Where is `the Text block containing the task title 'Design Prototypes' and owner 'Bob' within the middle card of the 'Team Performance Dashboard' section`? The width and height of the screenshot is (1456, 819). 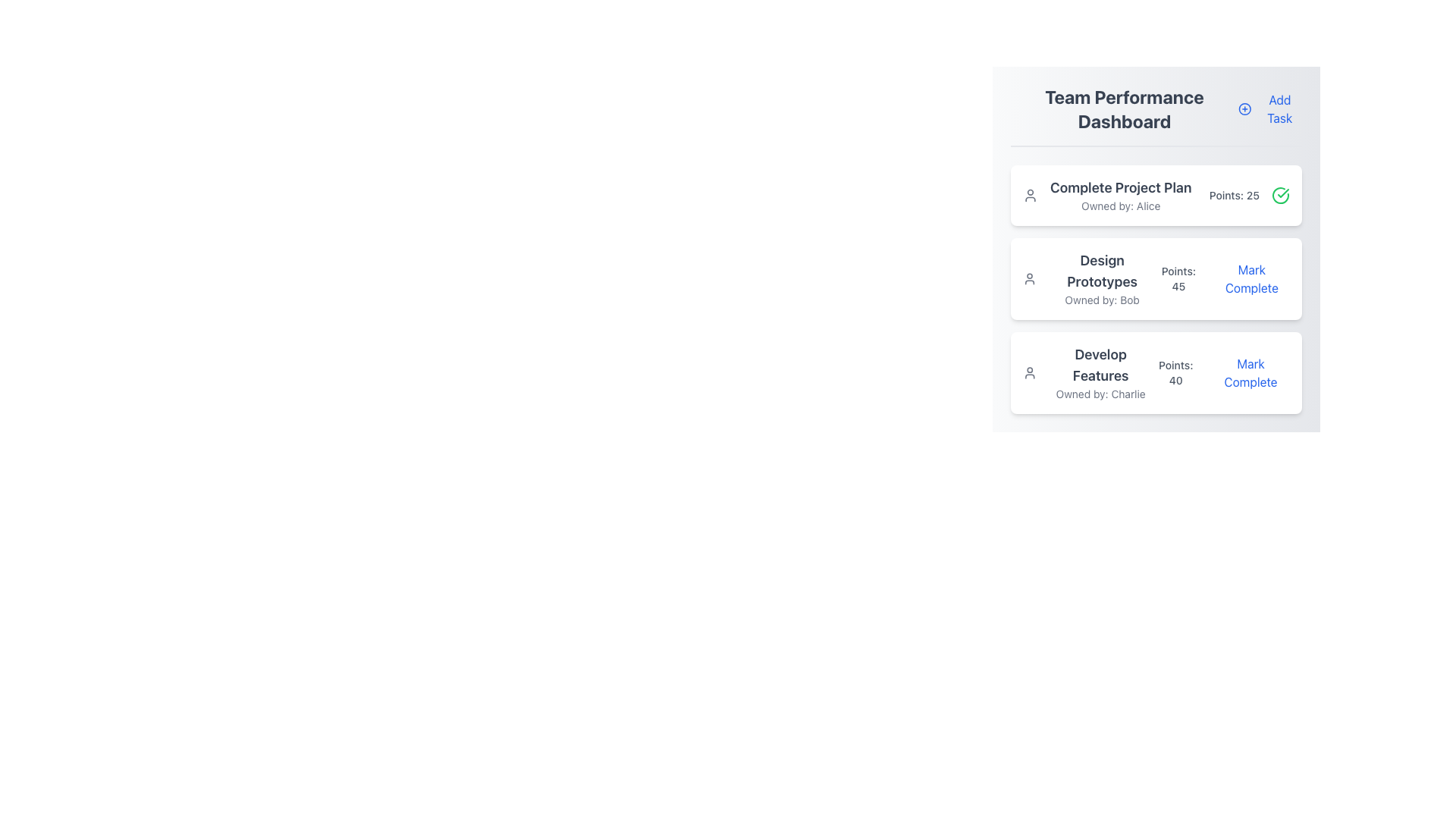 the Text block containing the task title 'Design Prototypes' and owner 'Bob' within the middle card of the 'Team Performance Dashboard' section is located at coordinates (1088, 278).